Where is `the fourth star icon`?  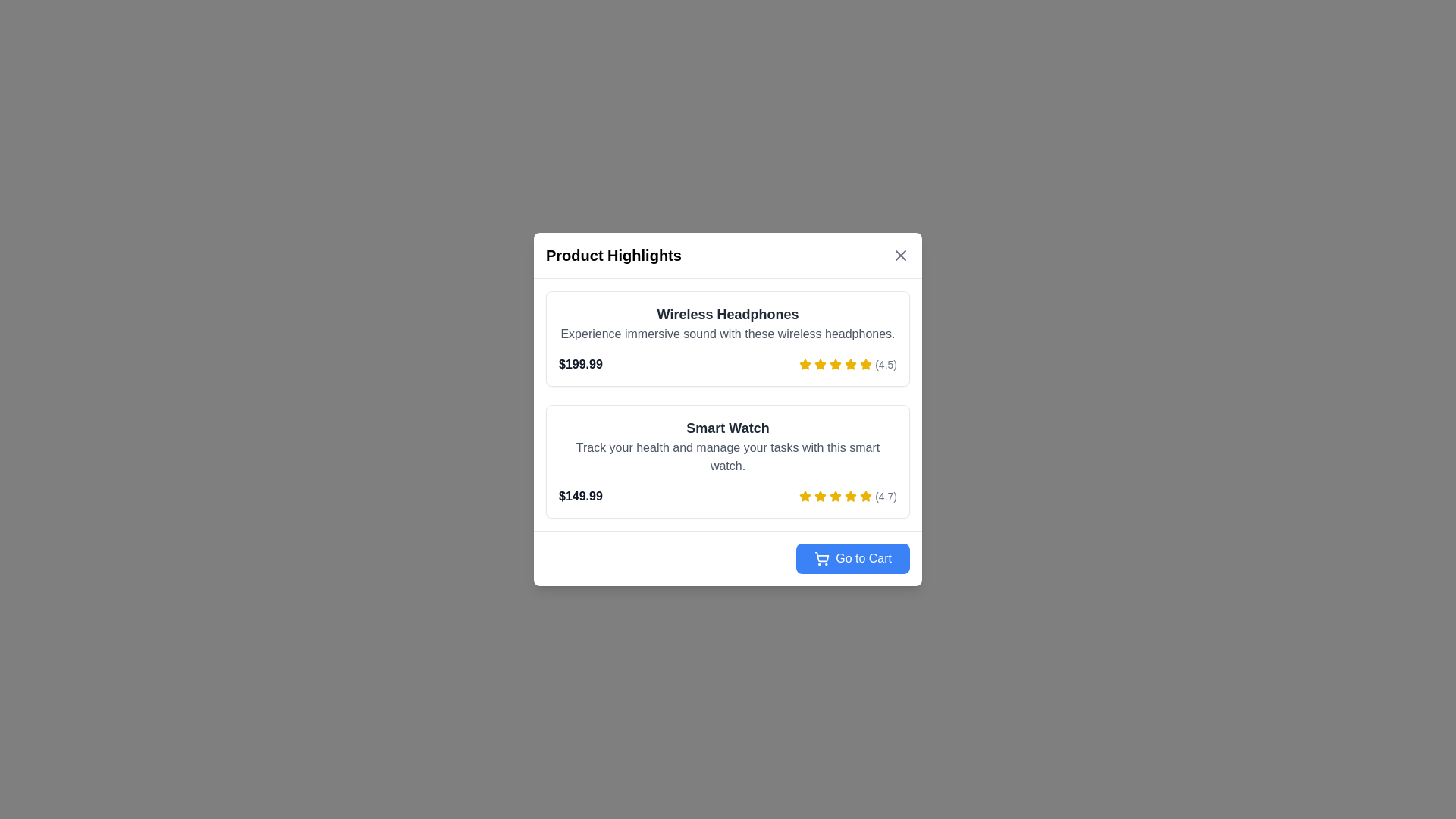 the fourth star icon is located at coordinates (835, 365).